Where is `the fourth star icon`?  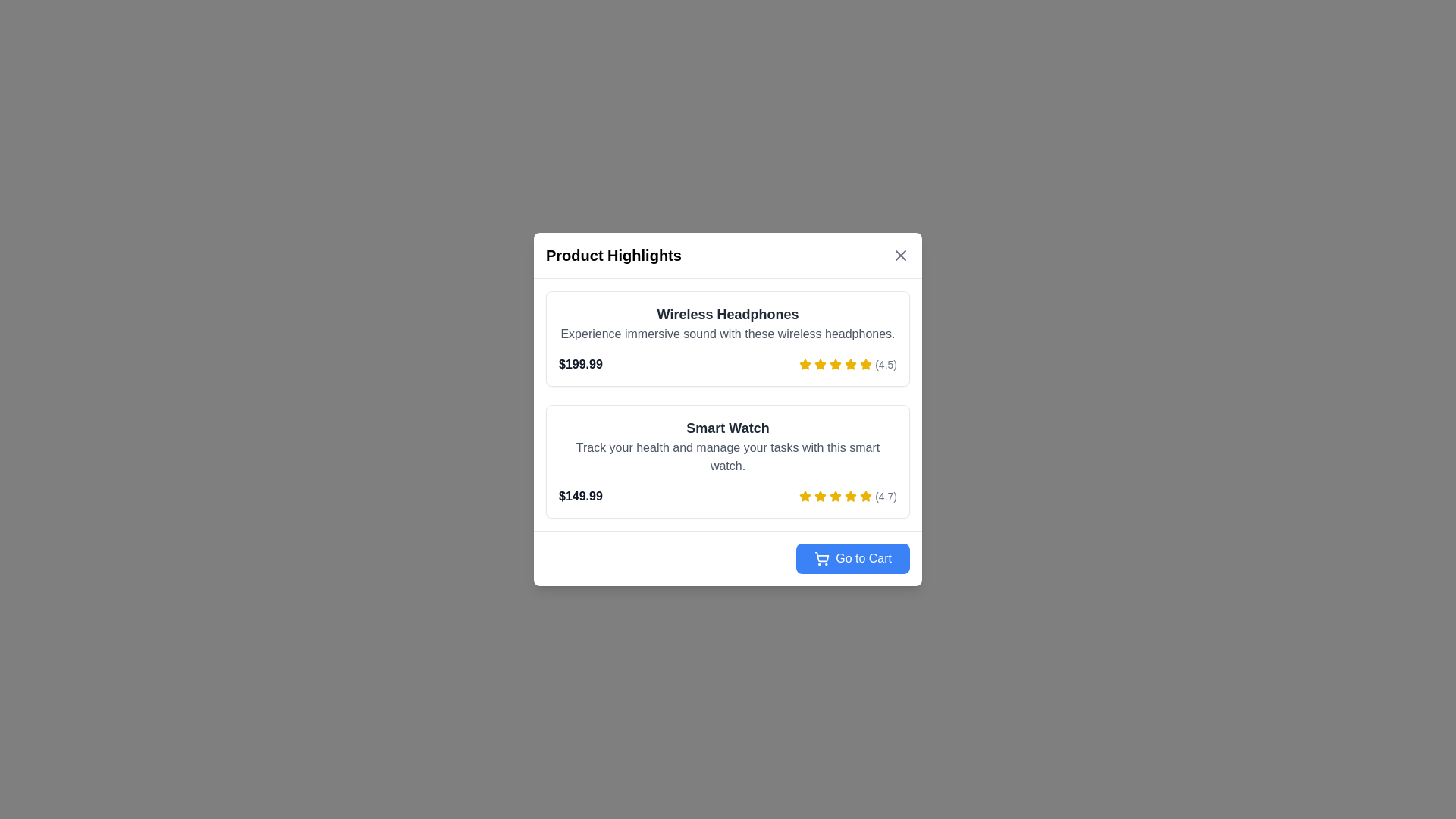 the fourth star icon is located at coordinates (835, 365).